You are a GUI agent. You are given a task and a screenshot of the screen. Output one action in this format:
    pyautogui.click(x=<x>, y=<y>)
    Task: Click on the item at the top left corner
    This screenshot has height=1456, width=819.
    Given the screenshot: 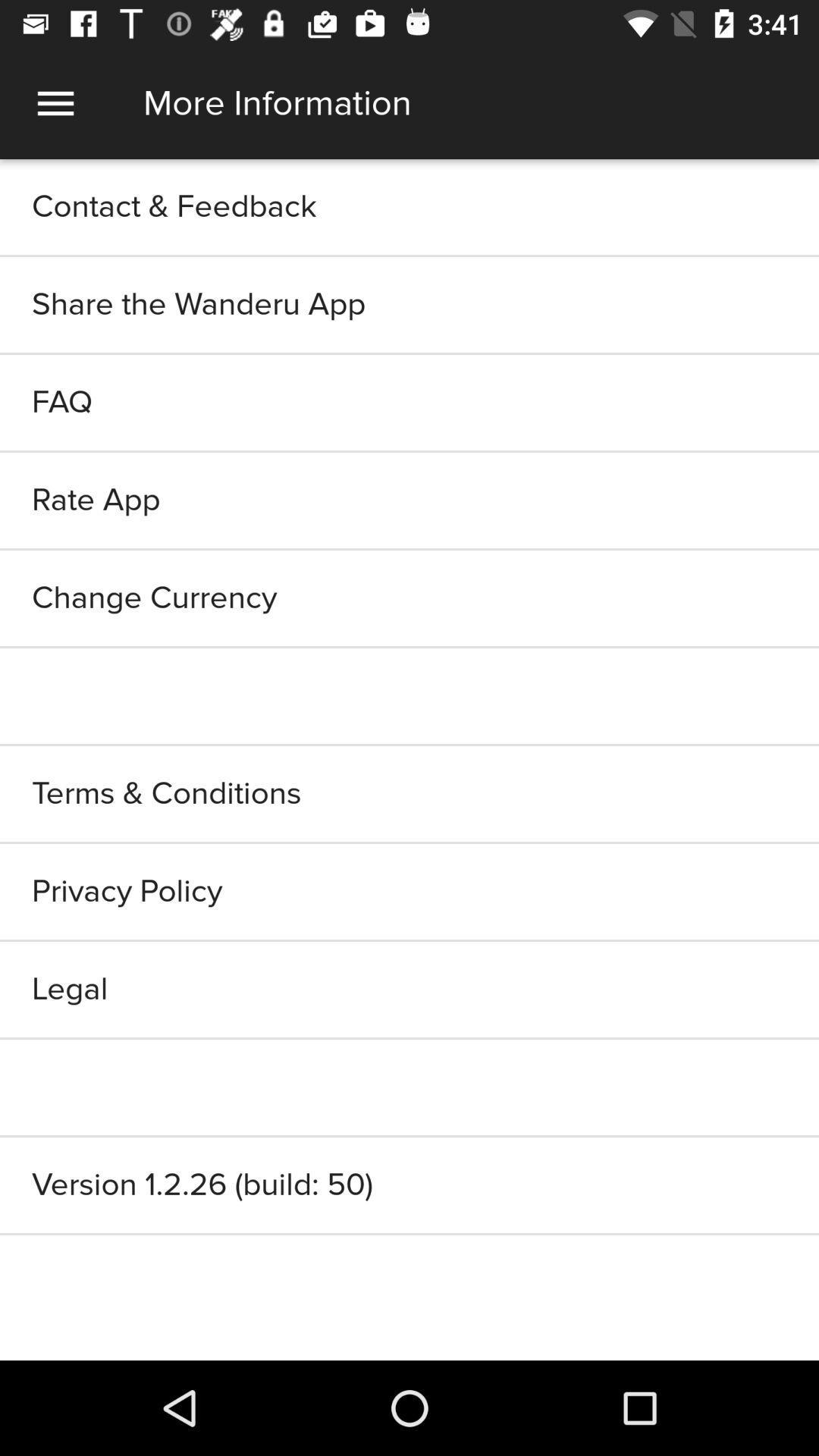 What is the action you would take?
    pyautogui.click(x=55, y=102)
    